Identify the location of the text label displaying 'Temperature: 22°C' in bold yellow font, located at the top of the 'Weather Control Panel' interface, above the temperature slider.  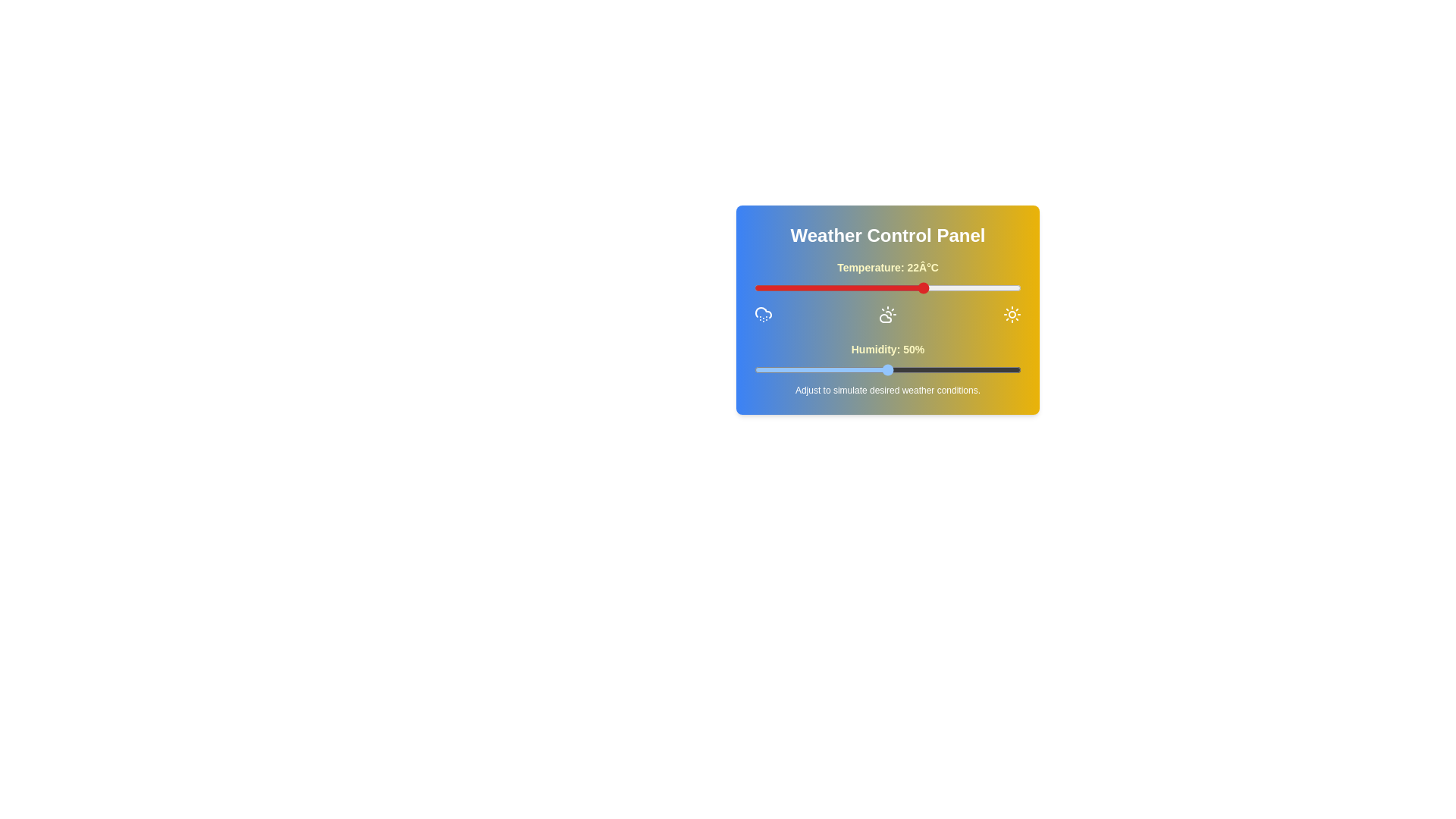
(888, 267).